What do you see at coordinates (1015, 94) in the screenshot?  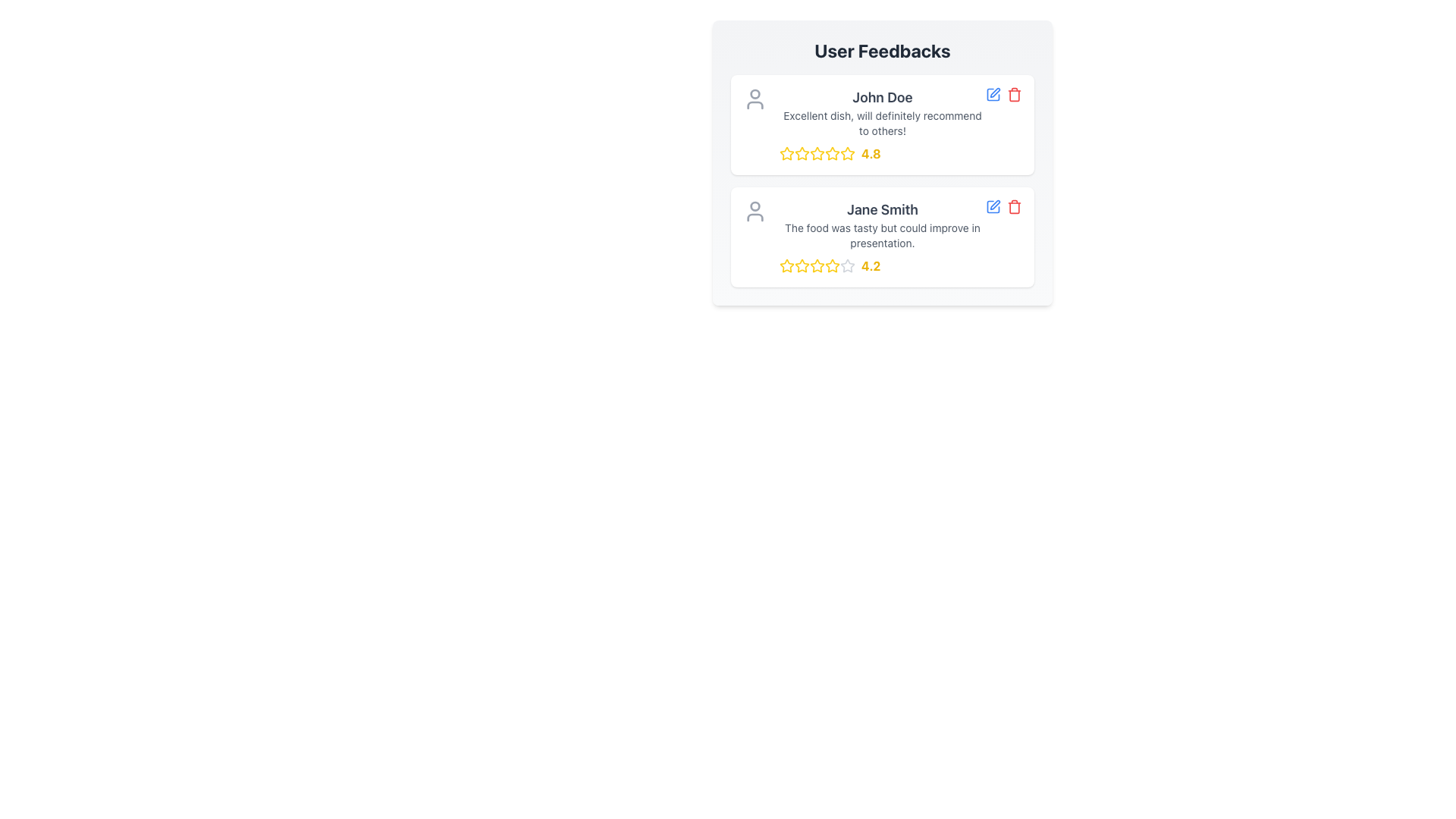 I see `the small red trash can icon located in the top-right corner of the first feedback card` at bounding box center [1015, 94].